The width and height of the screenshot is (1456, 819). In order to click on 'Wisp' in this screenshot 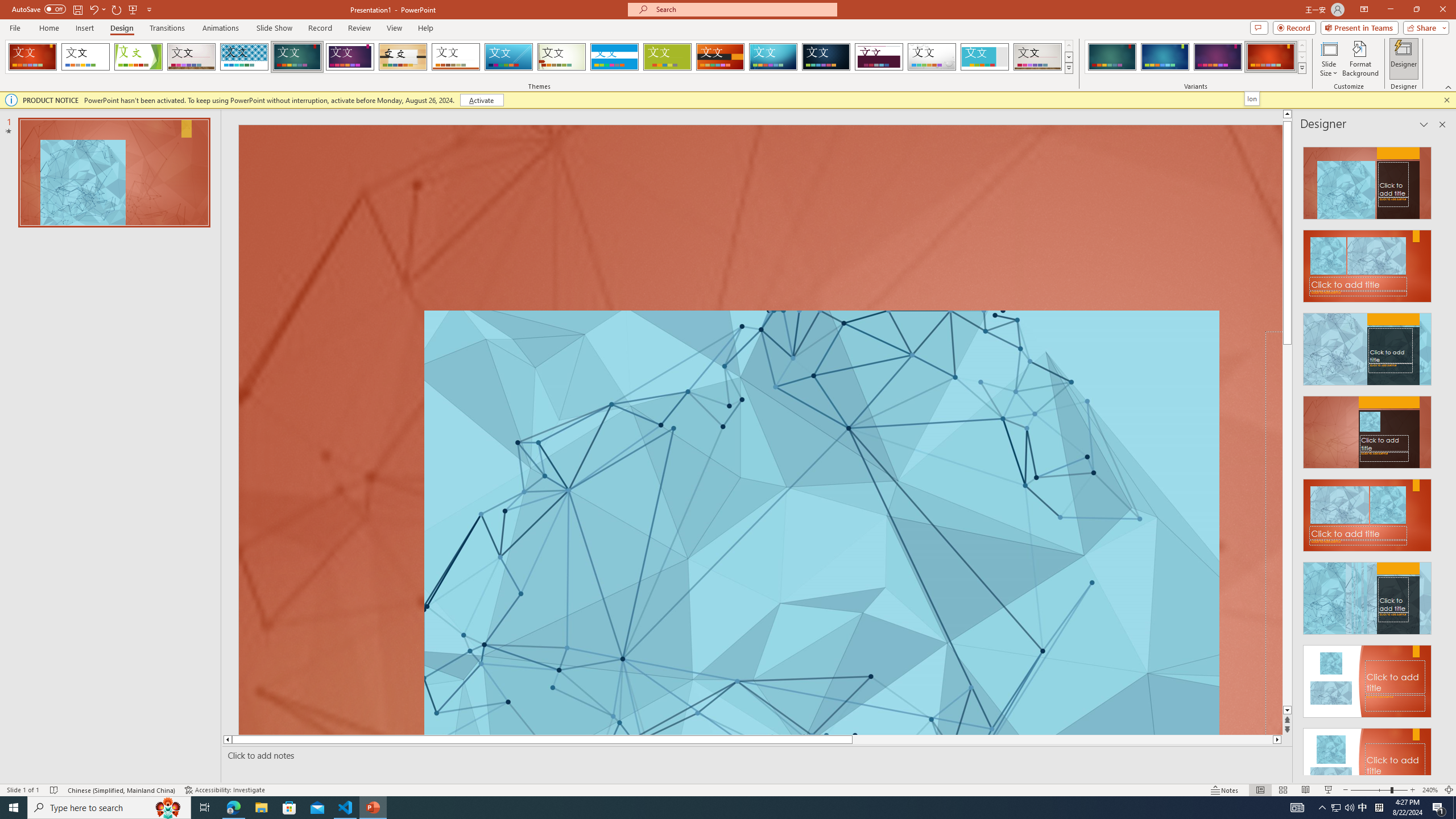, I will do `click(561, 56)`.